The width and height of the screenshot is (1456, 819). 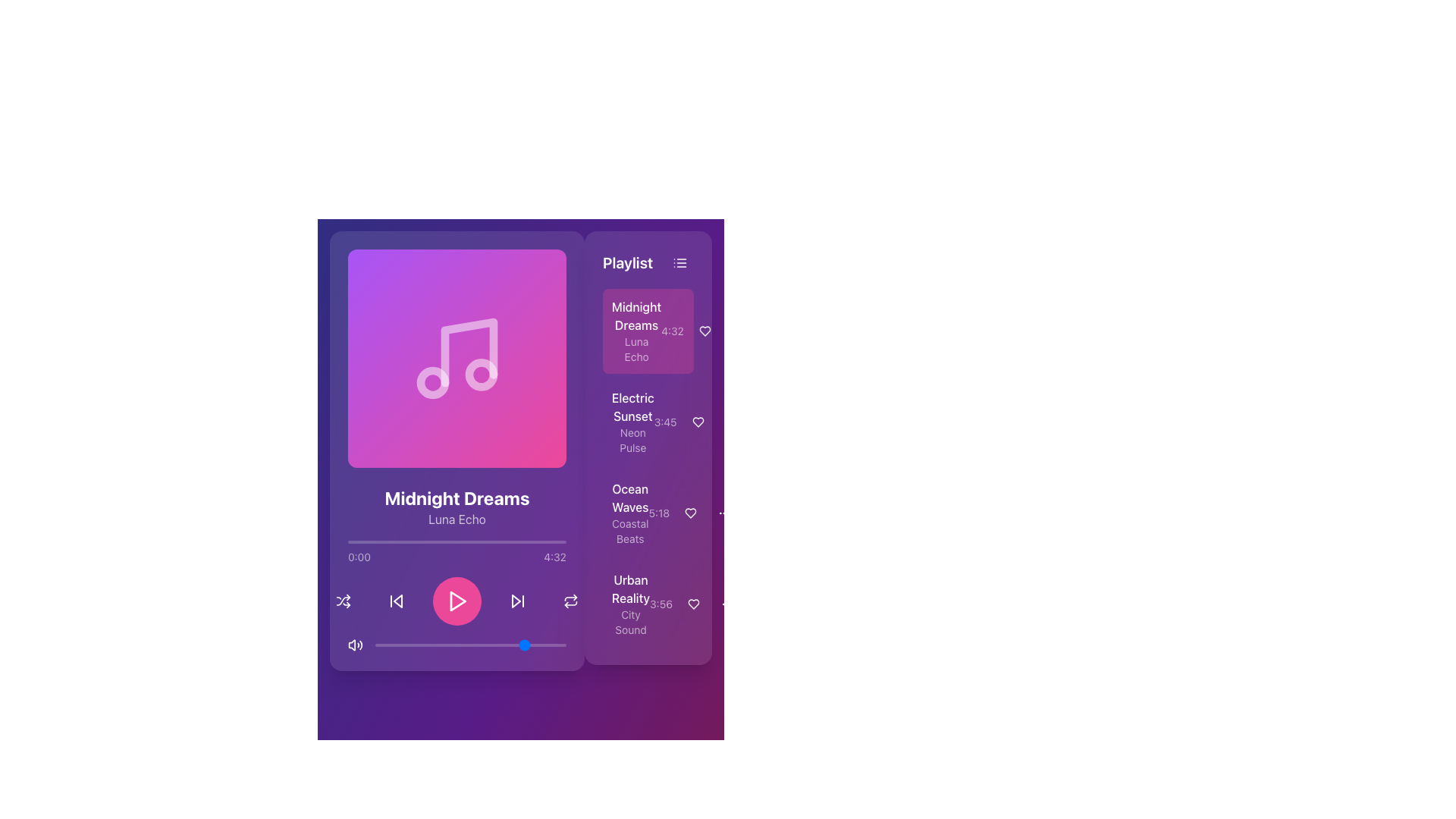 What do you see at coordinates (692, 513) in the screenshot?
I see `the heart icon to mark 'Ocean Waves' as a favorite. This icon is the second interactive button in the controls row of the 'Ocean Waves - Coastal Beats' song entry, located between the duration text and an ellipsis icon` at bounding box center [692, 513].